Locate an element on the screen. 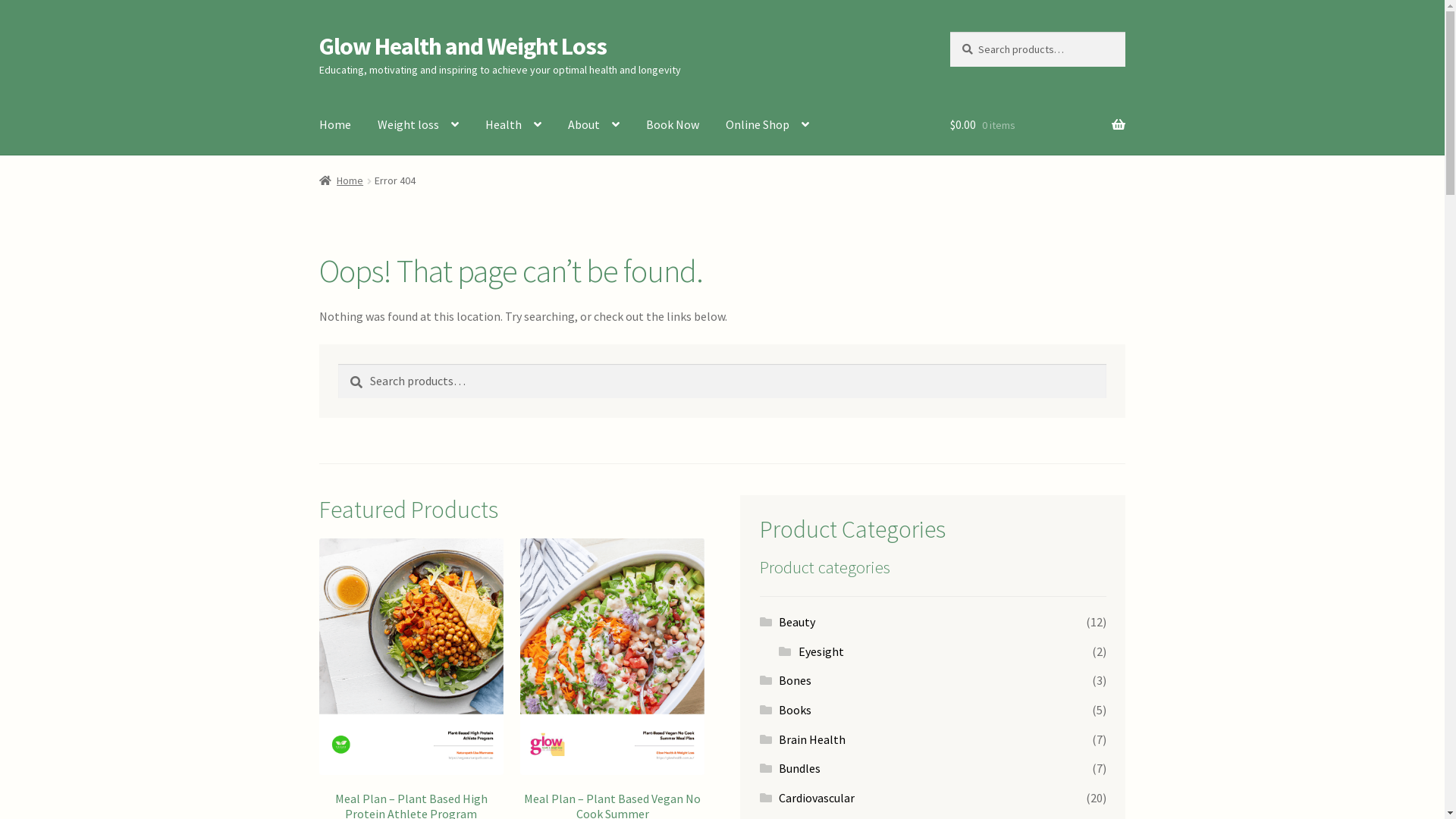 The image size is (1456, 819). 'Beauty' is located at coordinates (779, 622).